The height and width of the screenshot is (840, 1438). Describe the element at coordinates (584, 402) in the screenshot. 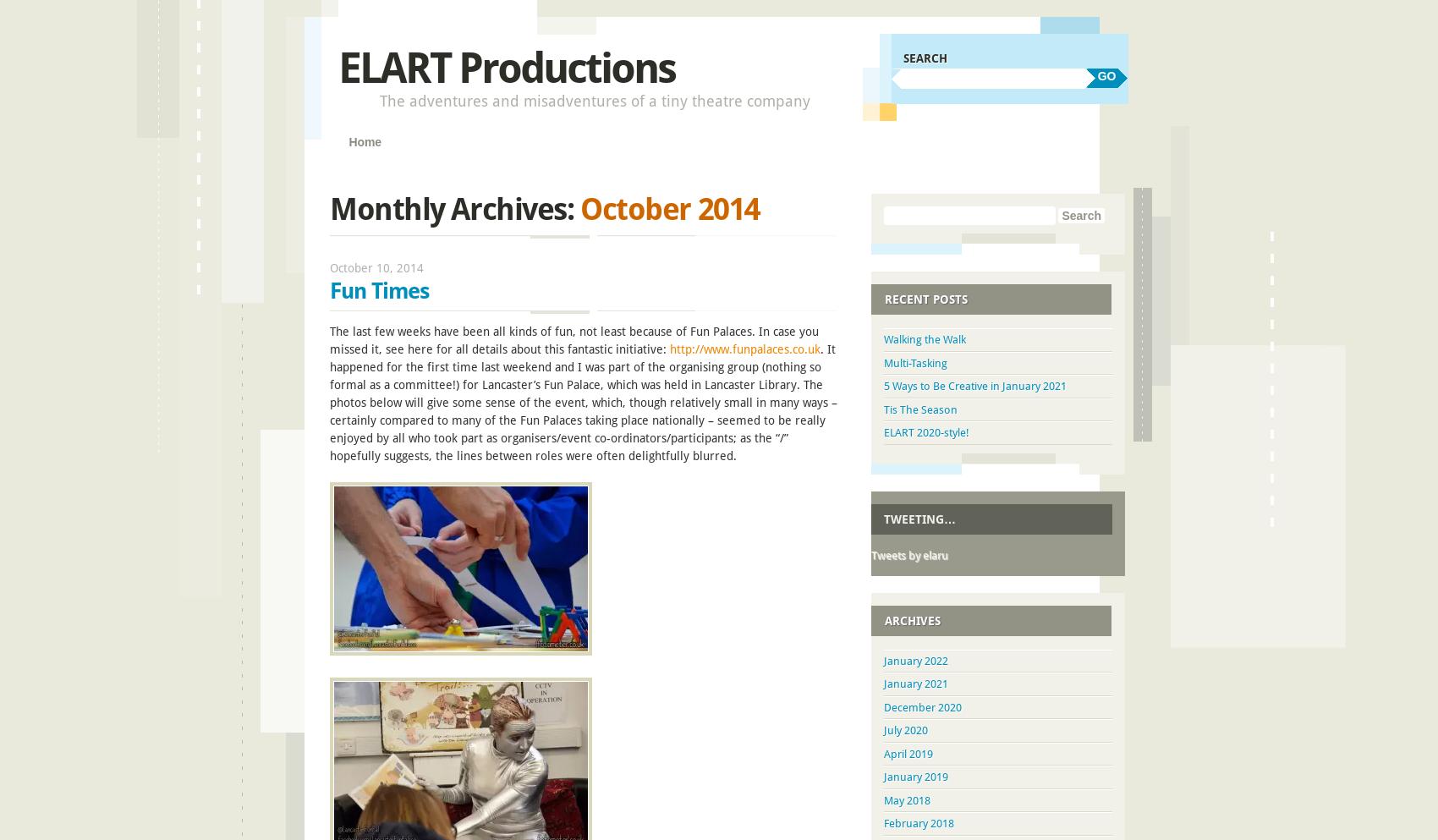

I see `'. It happened for the first time last weekend and I was part of the organising group (nothing so formal as a committee!) for Lancaster’s Fun Palace, which was held in Lancaster Library. The photos below will give some sense of the event, which, though relatively small in many ways – certainly compared to many of the Fun Palaces taking place nationally – seemed to be really enjoyed by all who took part as organisers/event co-ordinators/participants; as the “/” hopefully suggests, the lines between roles were often delightfully blurred.'` at that location.